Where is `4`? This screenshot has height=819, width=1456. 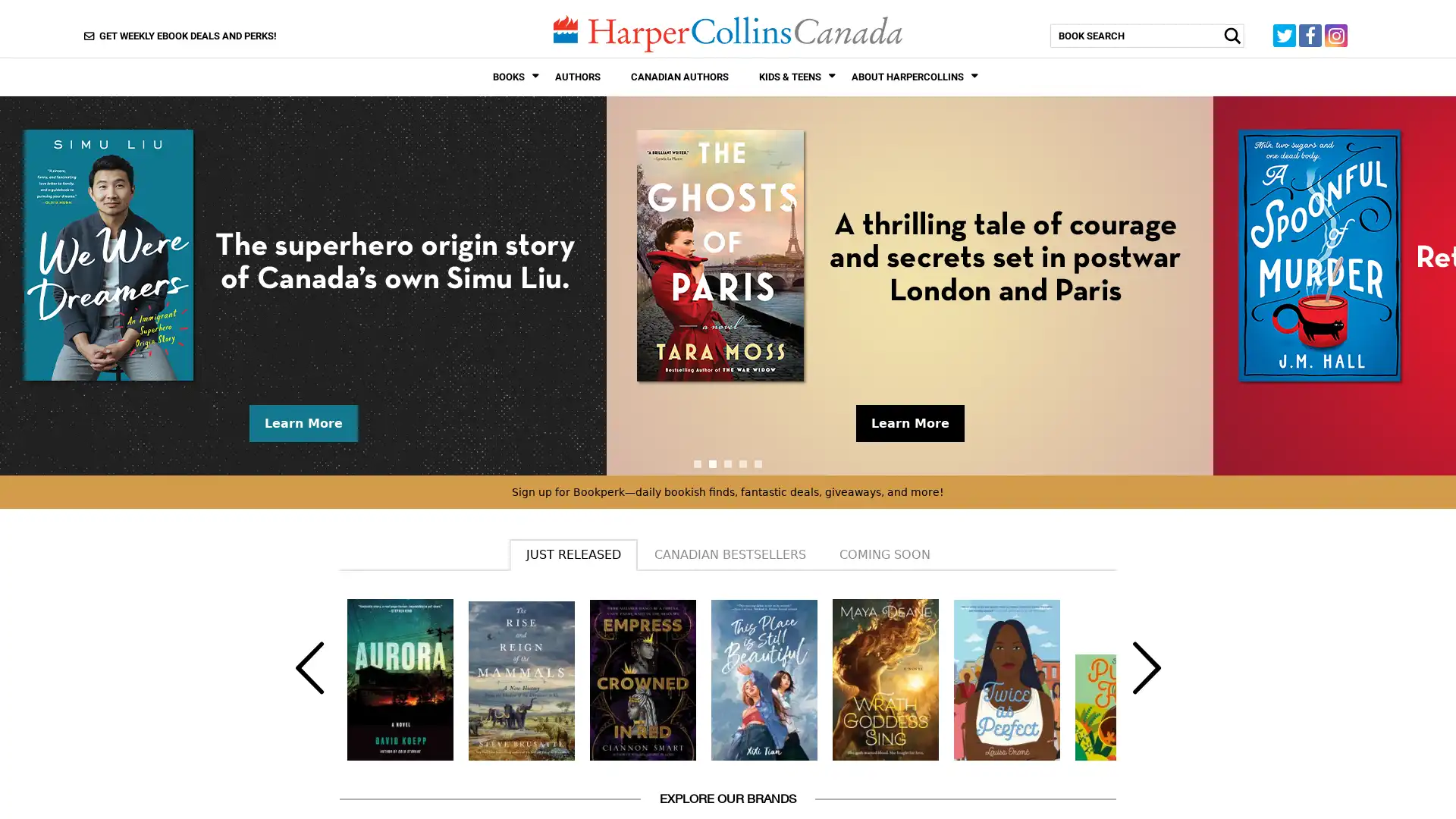 4 is located at coordinates (742, 462).